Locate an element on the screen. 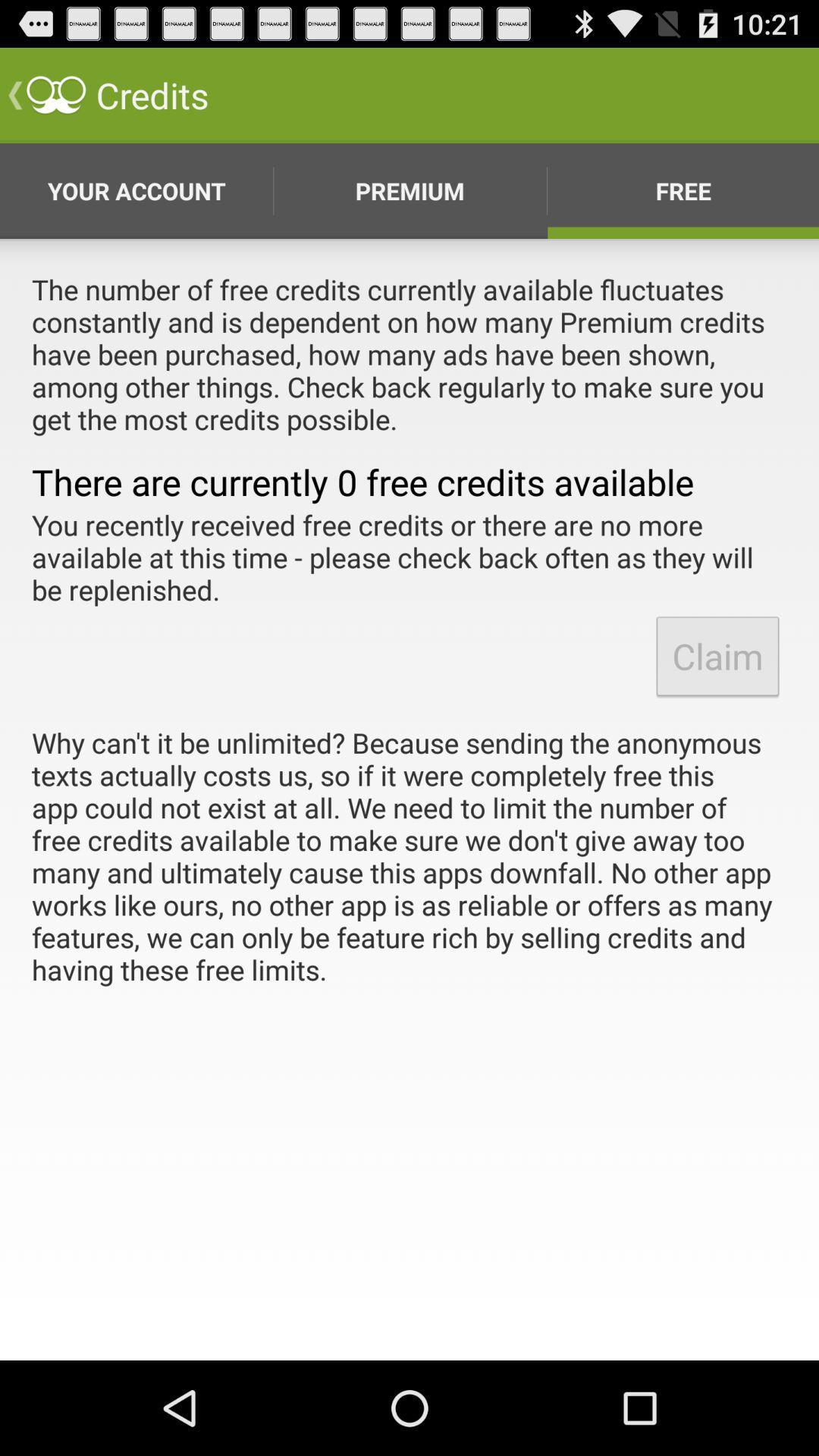 This screenshot has height=1456, width=819. the tab your account on the web page is located at coordinates (137, 190).